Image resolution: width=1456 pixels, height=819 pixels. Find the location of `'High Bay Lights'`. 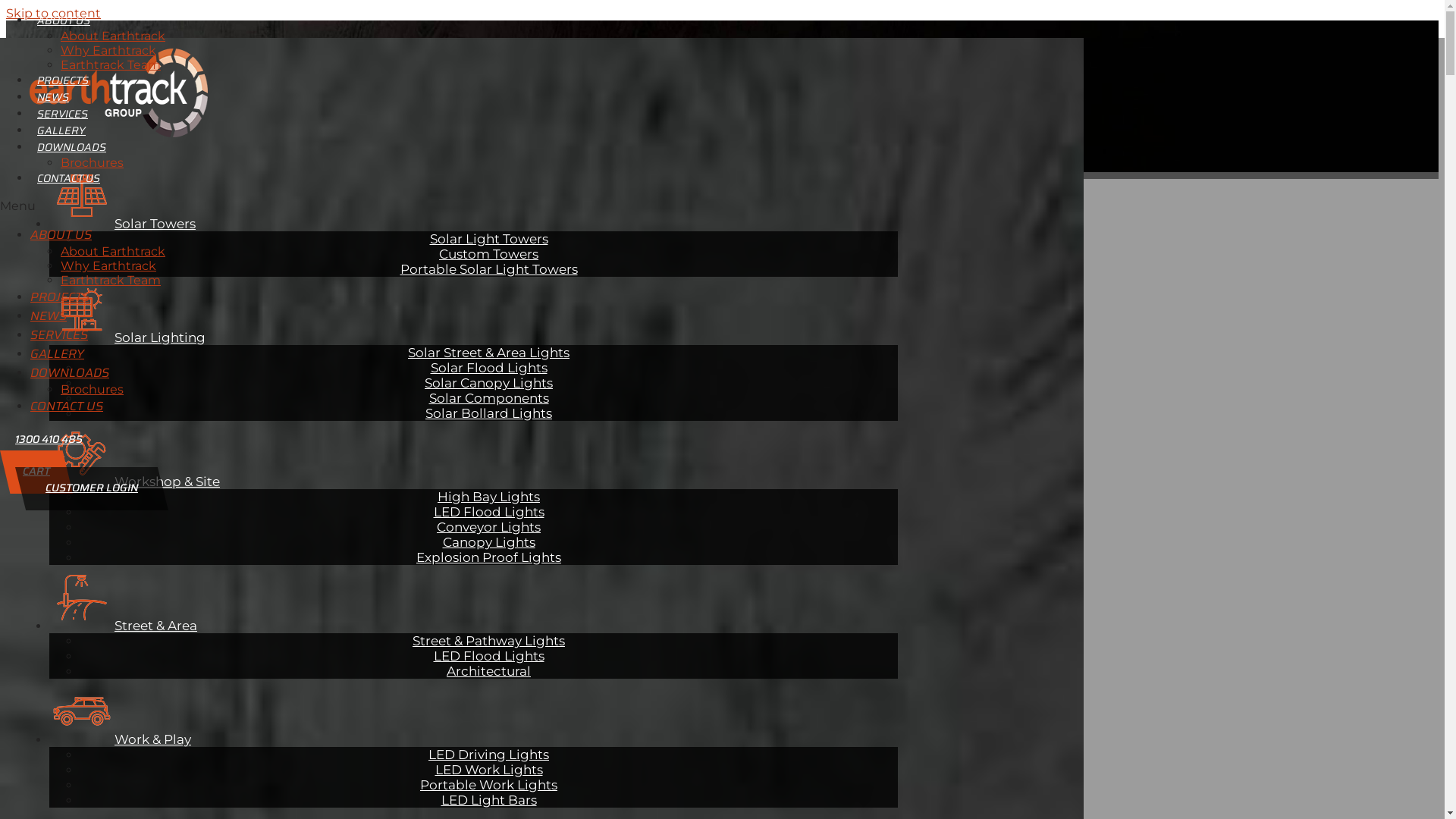

'High Bay Lights' is located at coordinates (488, 496).